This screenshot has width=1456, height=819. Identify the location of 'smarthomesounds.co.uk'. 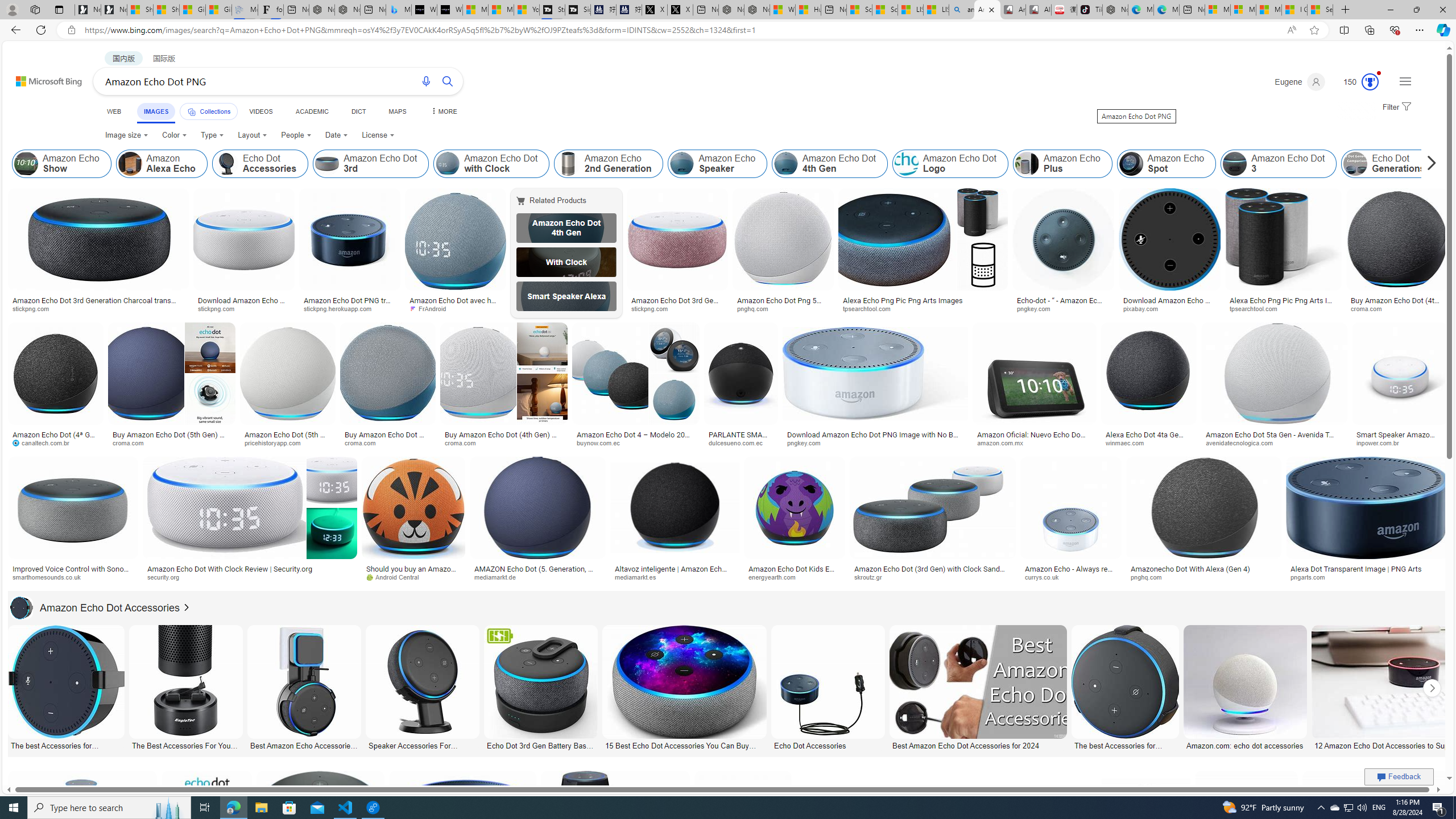
(73, 577).